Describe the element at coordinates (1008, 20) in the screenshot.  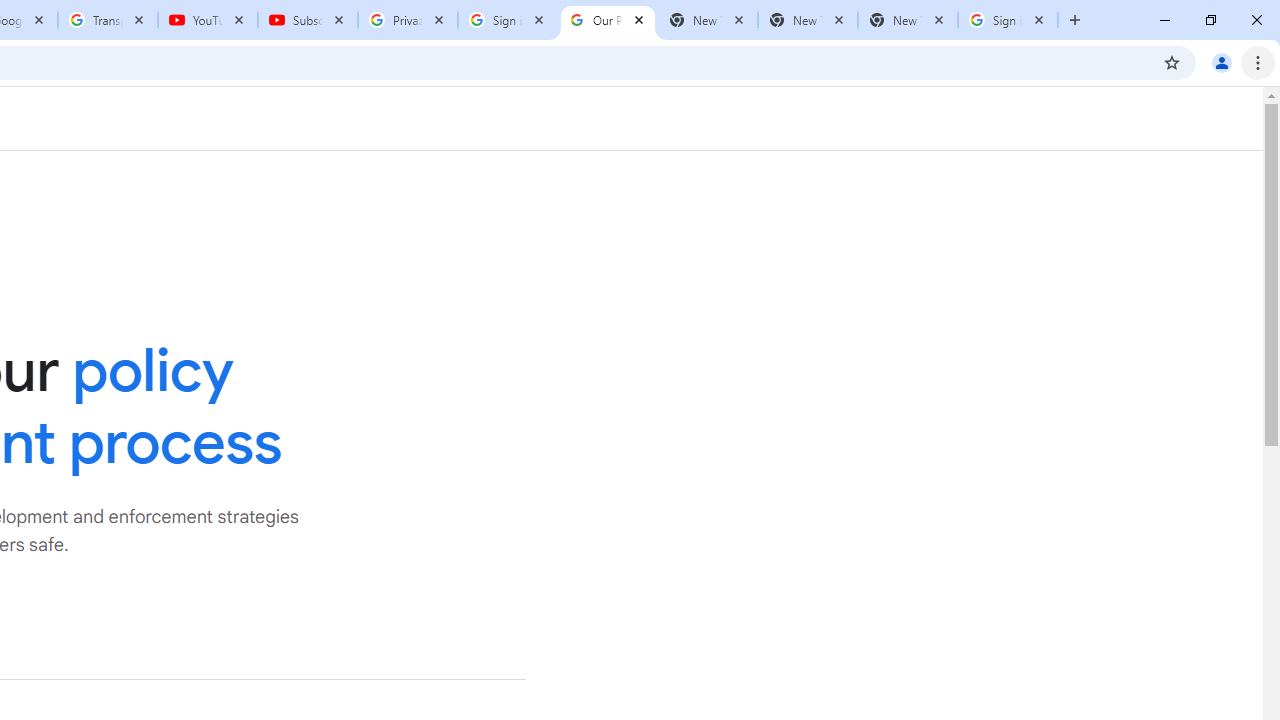
I see `'Sign in - Google Accounts'` at that location.